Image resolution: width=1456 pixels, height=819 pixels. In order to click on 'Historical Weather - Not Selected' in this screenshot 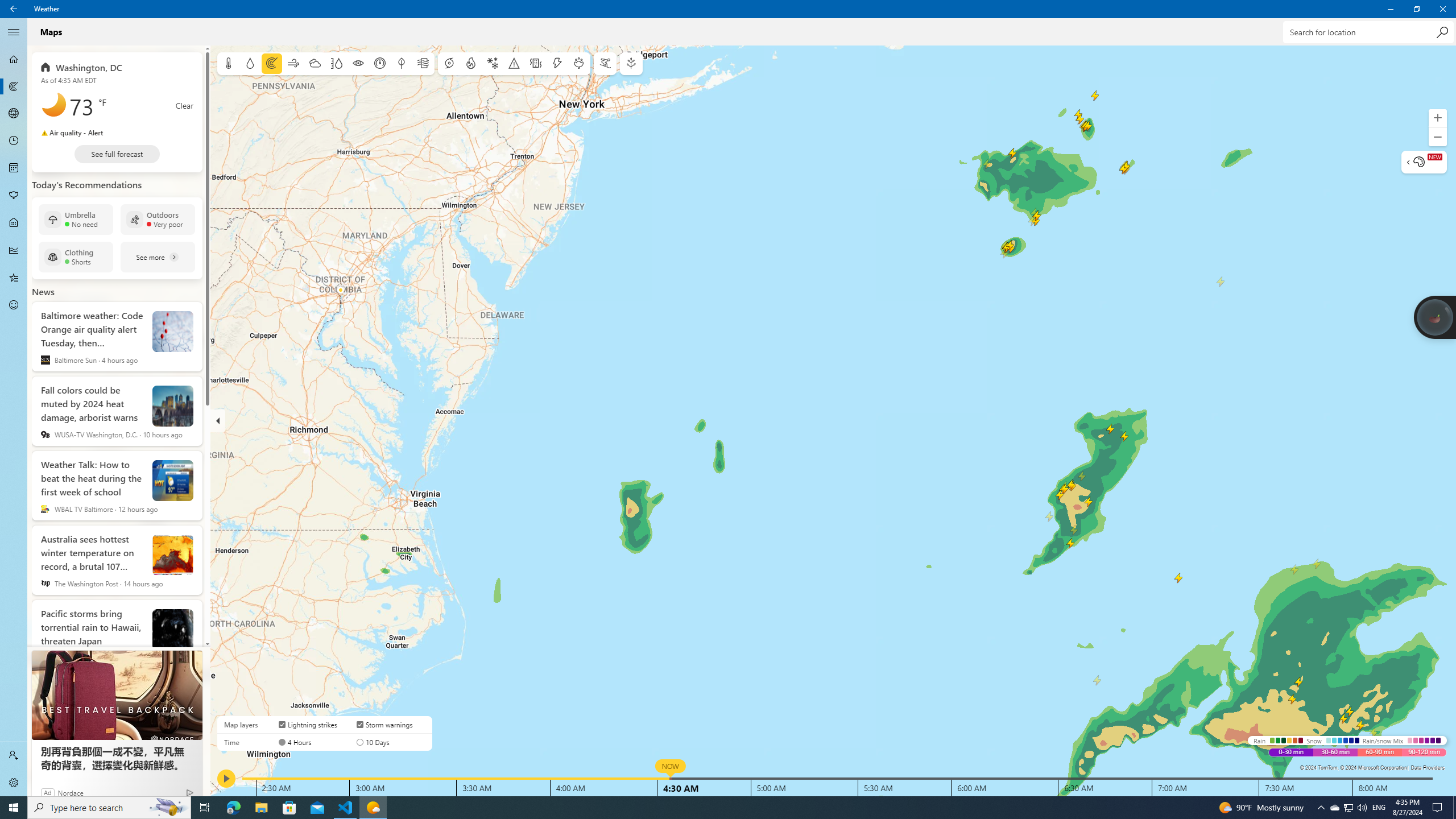, I will do `click(14, 249)`.